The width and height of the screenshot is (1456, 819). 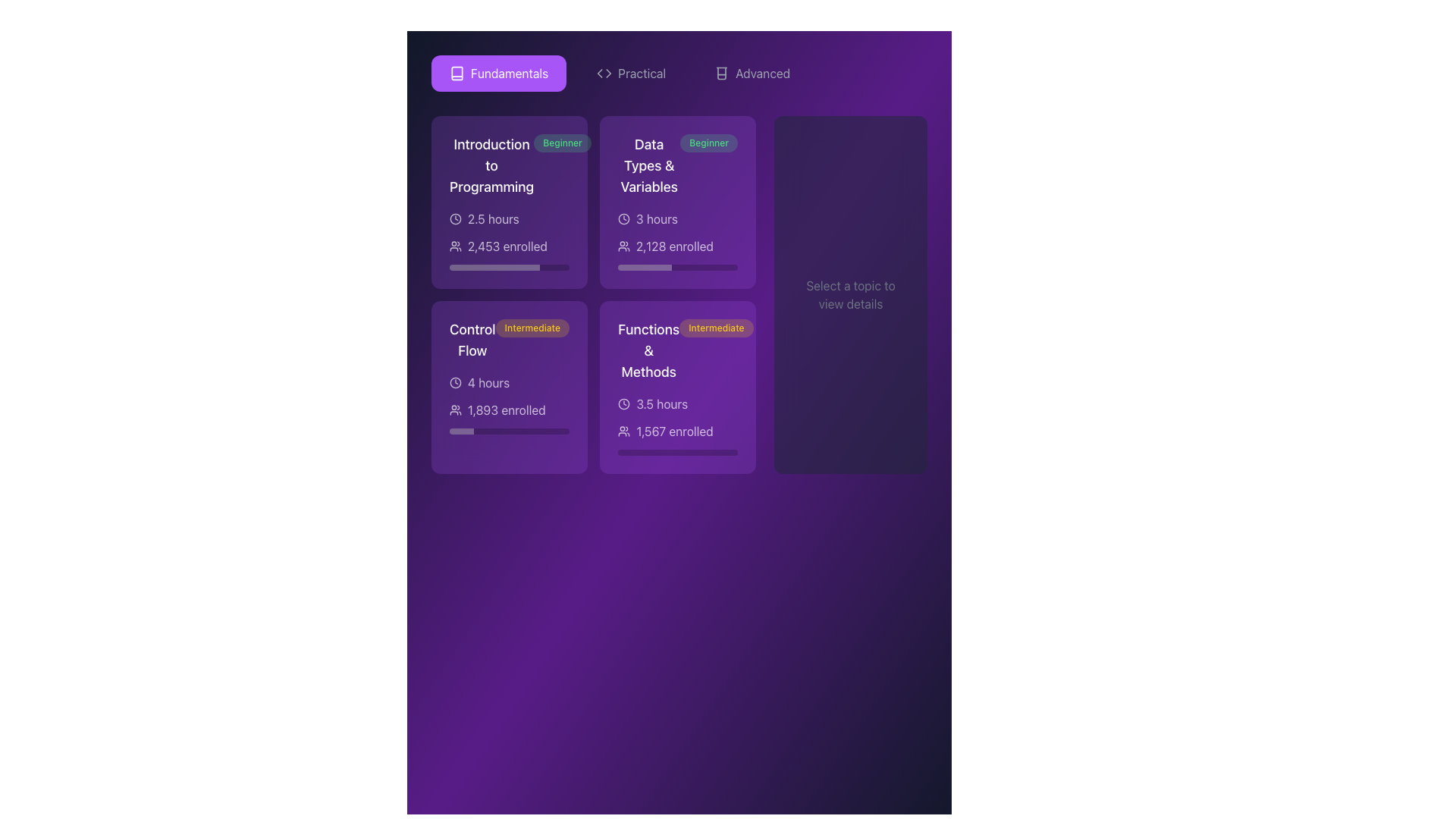 I want to click on the Text Label displaying '4 hours' located within the purple card under the title 'Control Flow', adjacent to the clock icon, so click(x=488, y=382).